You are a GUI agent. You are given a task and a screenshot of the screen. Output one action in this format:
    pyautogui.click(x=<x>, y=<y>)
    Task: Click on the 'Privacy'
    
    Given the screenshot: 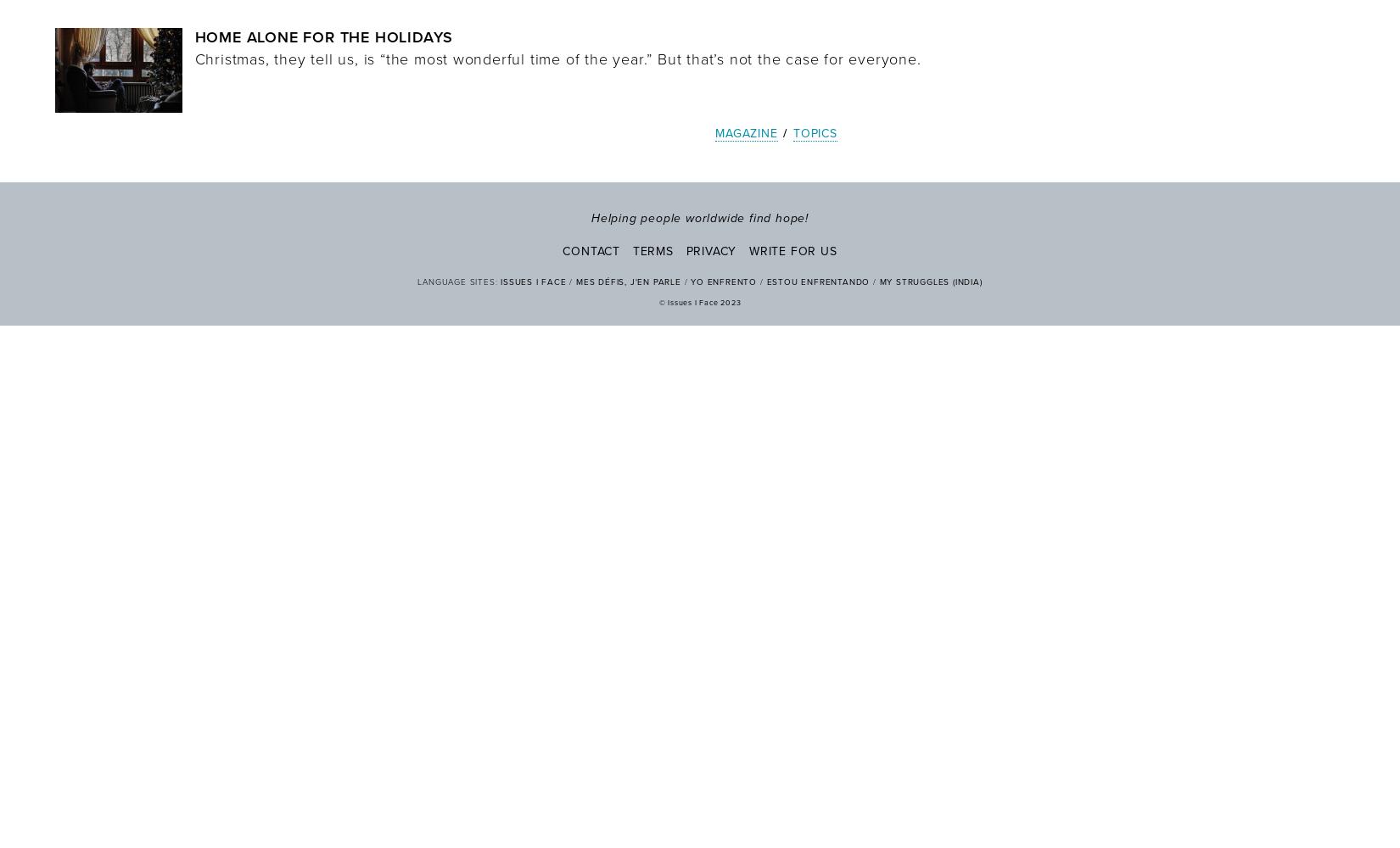 What is the action you would take?
    pyautogui.click(x=685, y=251)
    